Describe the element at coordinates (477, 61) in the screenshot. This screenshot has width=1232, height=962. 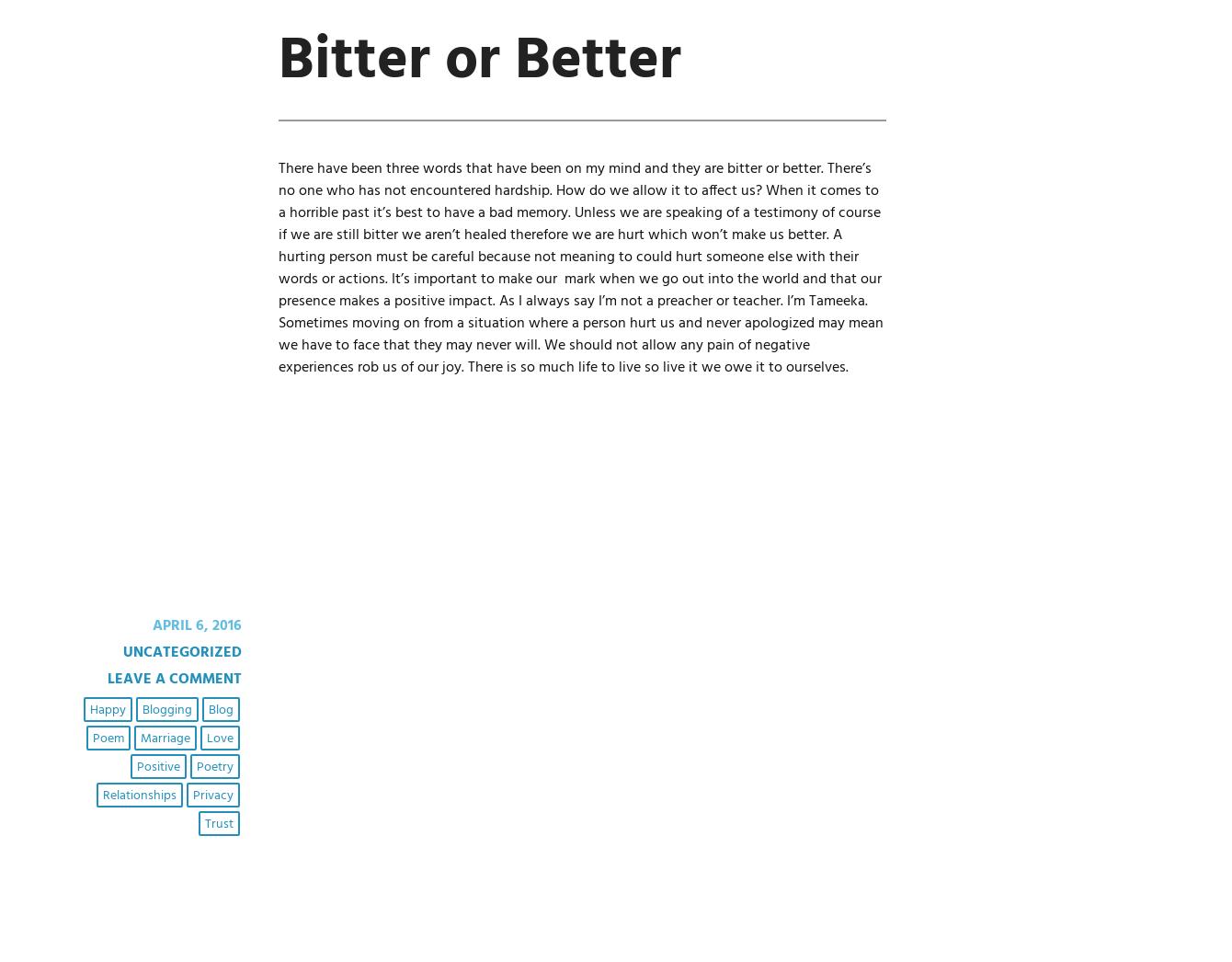
I see `'Bitter or Better'` at that location.